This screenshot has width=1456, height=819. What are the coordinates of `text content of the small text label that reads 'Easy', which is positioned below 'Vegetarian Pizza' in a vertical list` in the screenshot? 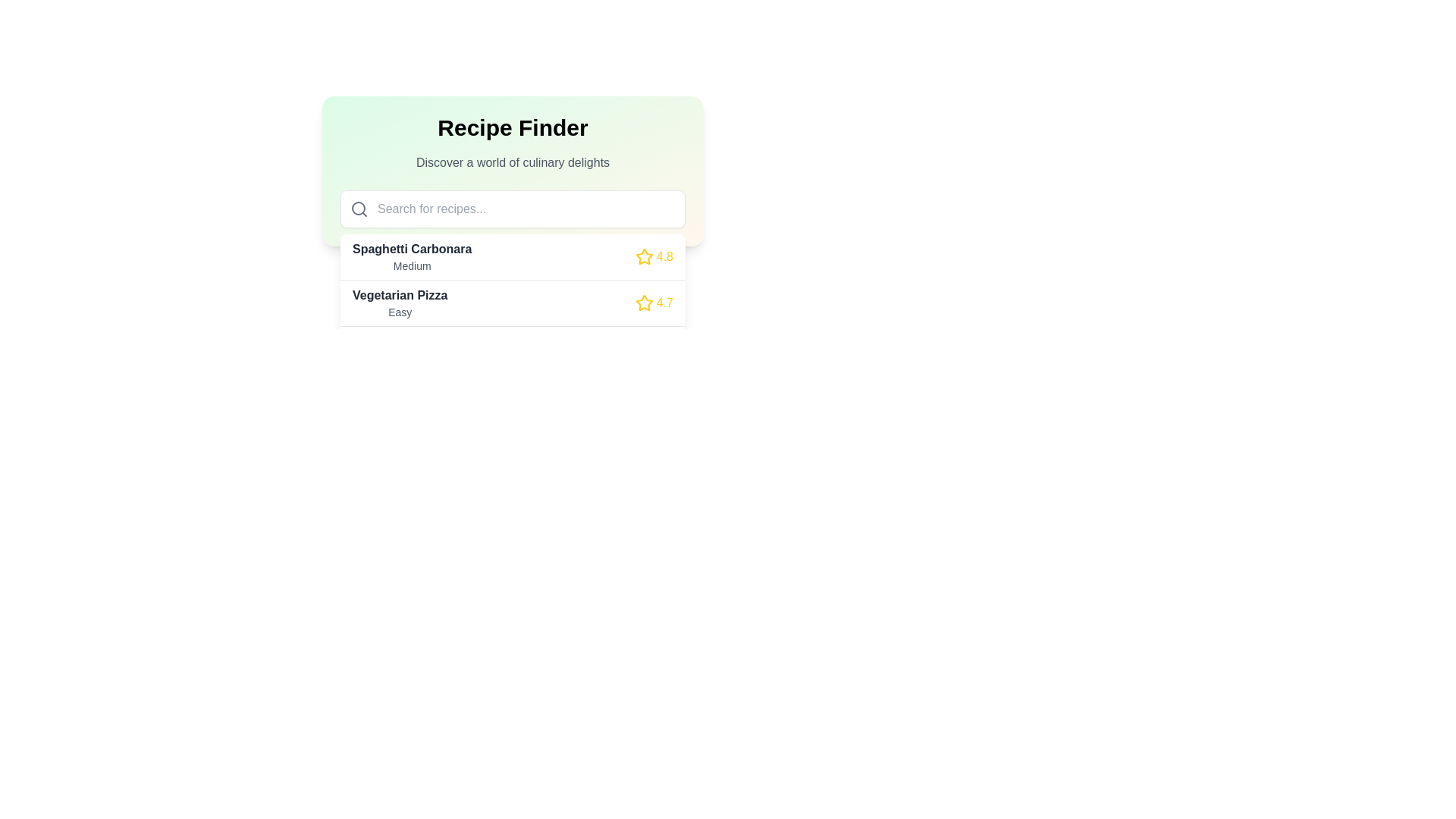 It's located at (400, 312).